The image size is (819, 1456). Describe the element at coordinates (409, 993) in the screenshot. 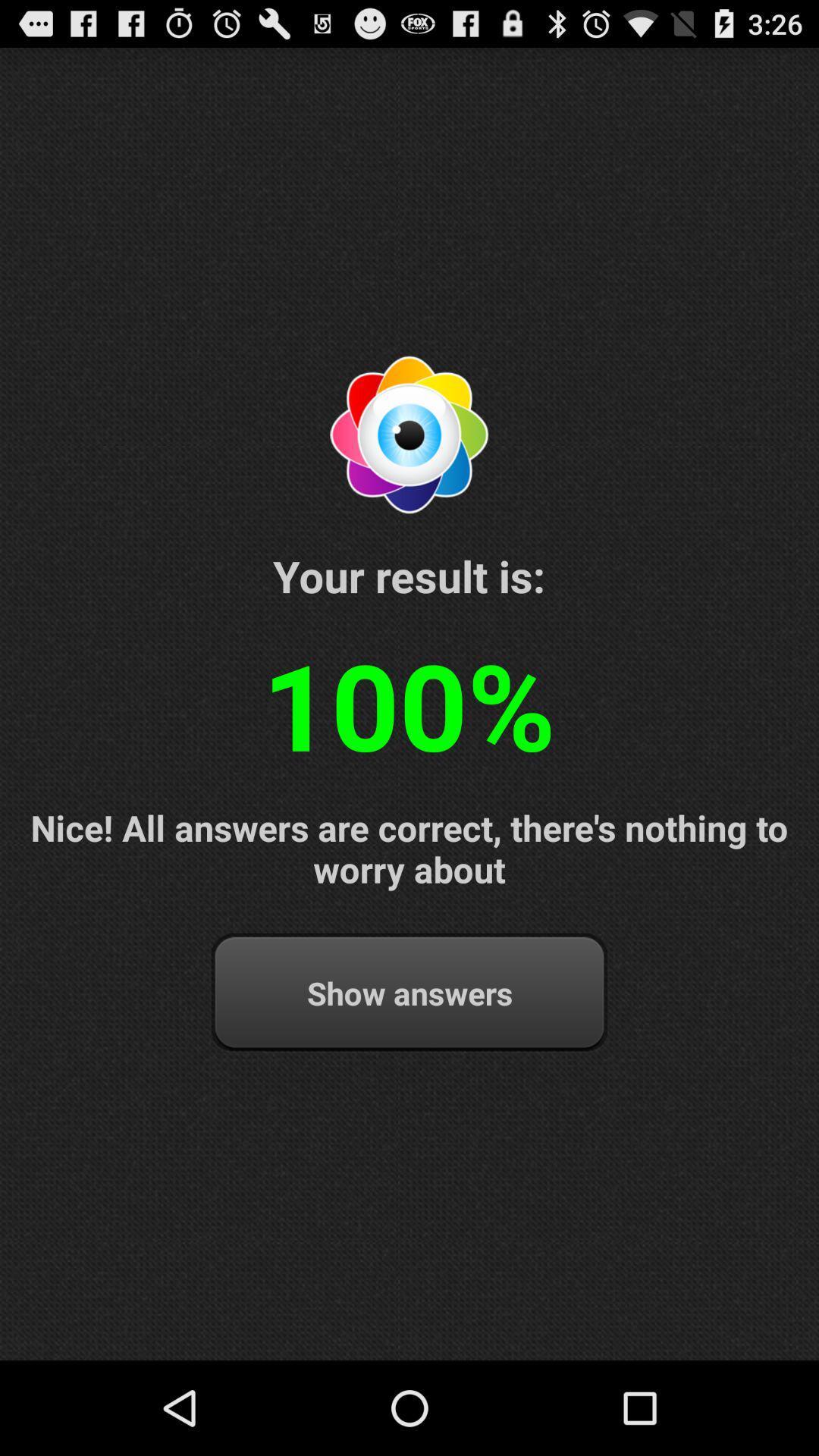

I see `the show answers at the bottom` at that location.